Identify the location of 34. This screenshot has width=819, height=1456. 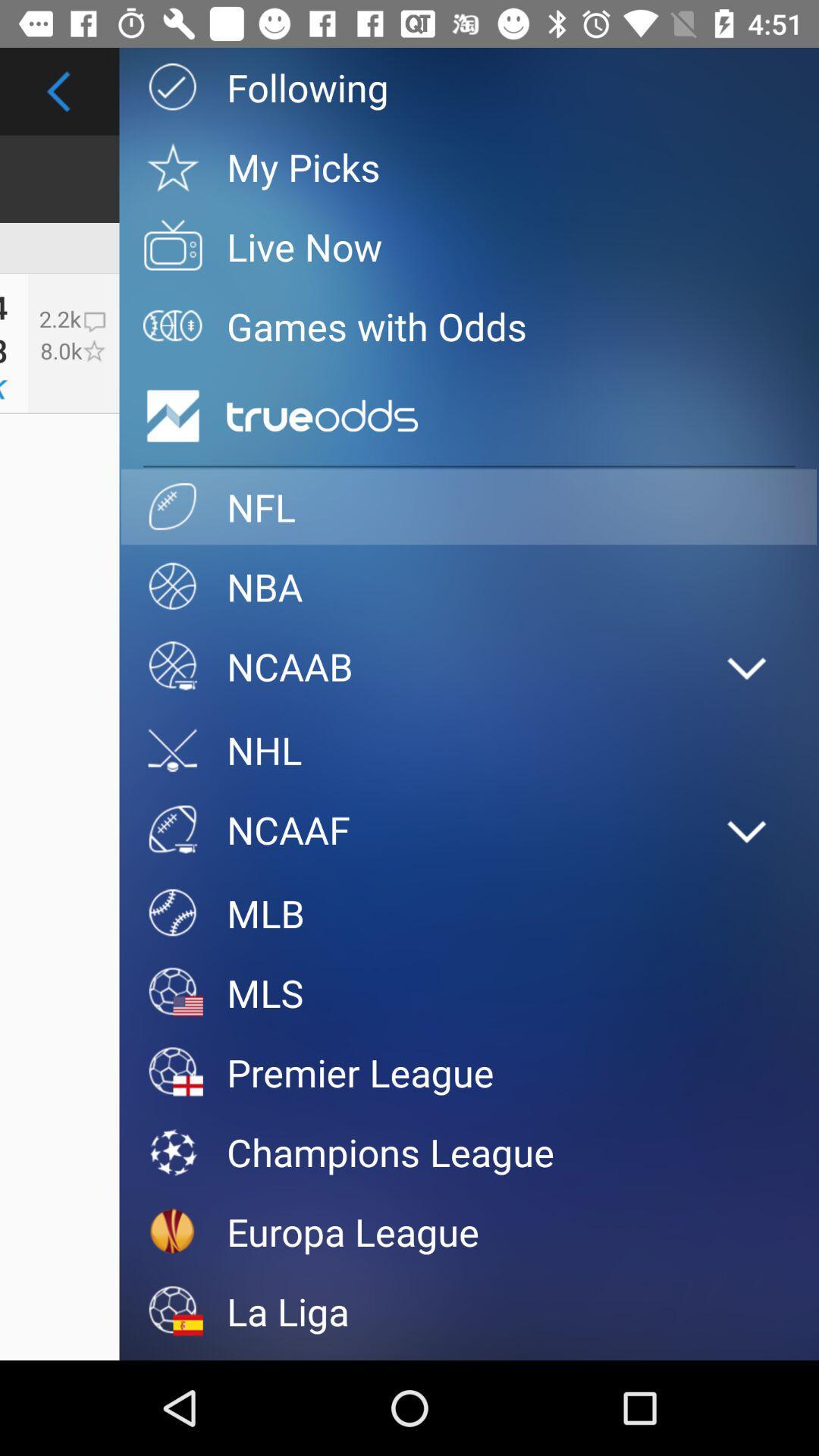
(4, 301).